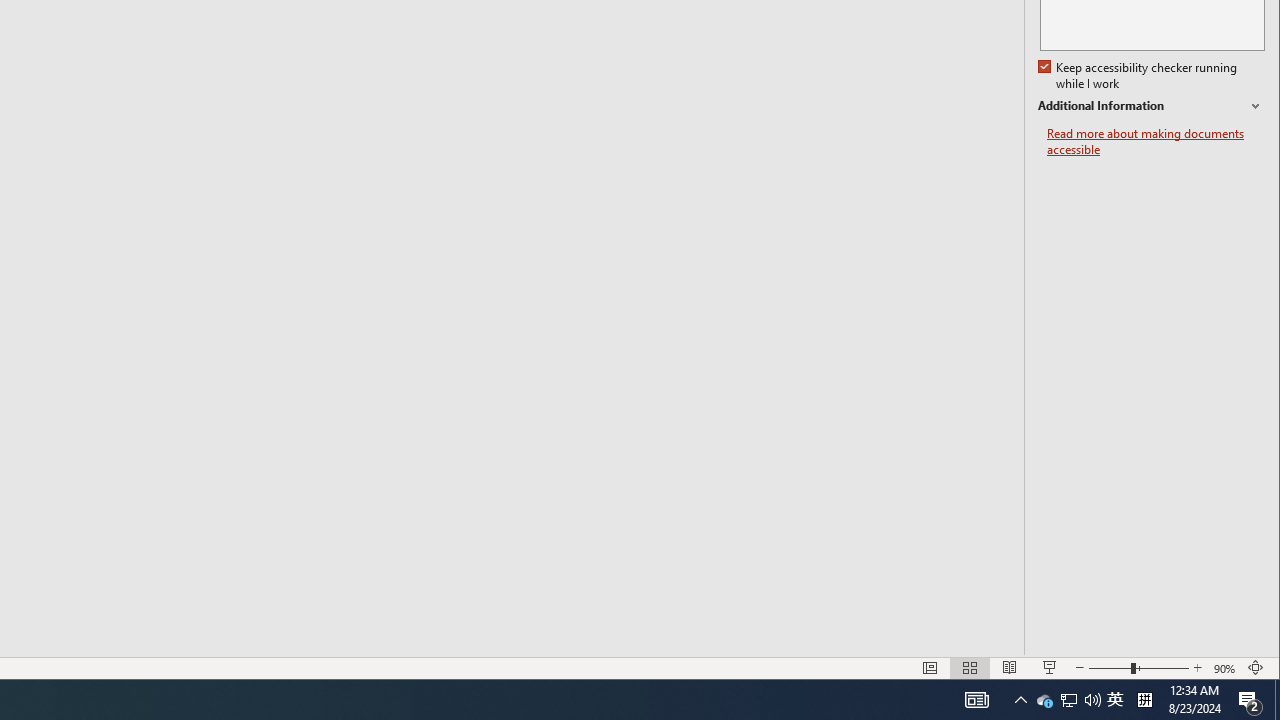 Image resolution: width=1280 pixels, height=720 pixels. Describe the element at coordinates (1224, 668) in the screenshot. I see `'Zoom 90%'` at that location.